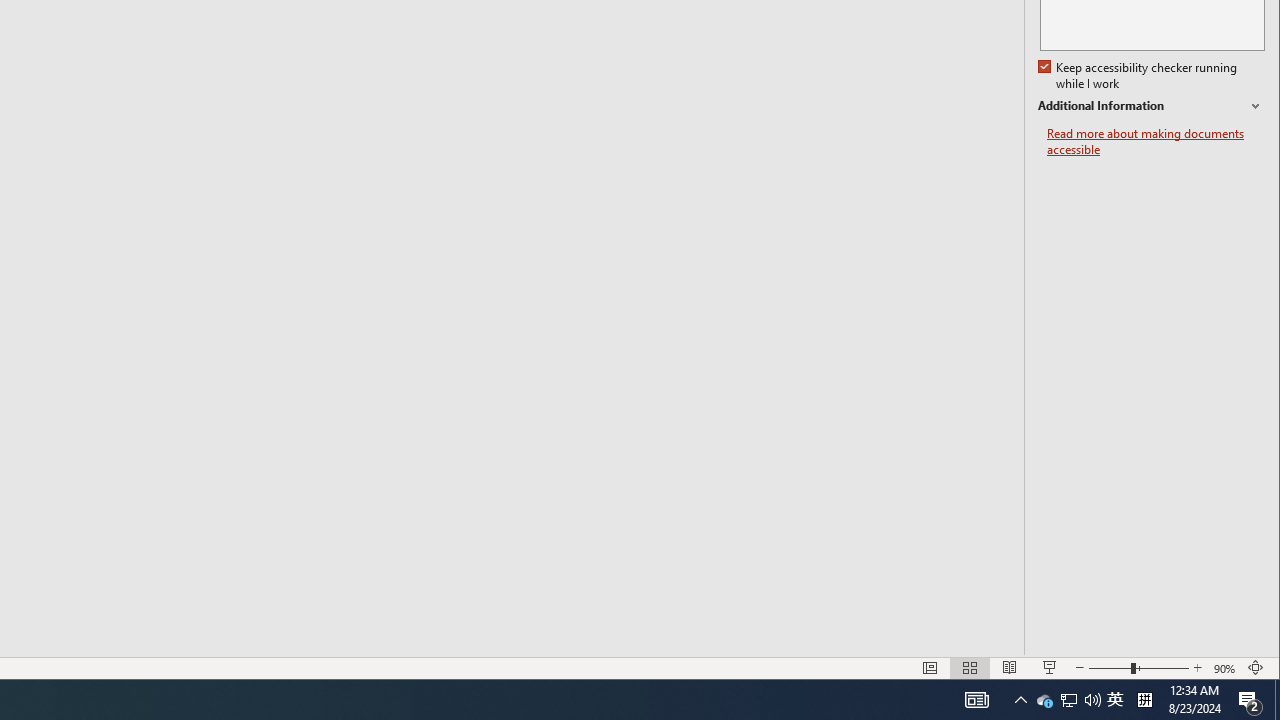 Image resolution: width=1280 pixels, height=720 pixels. Describe the element at coordinates (1224, 668) in the screenshot. I see `'Zoom 90%'` at that location.